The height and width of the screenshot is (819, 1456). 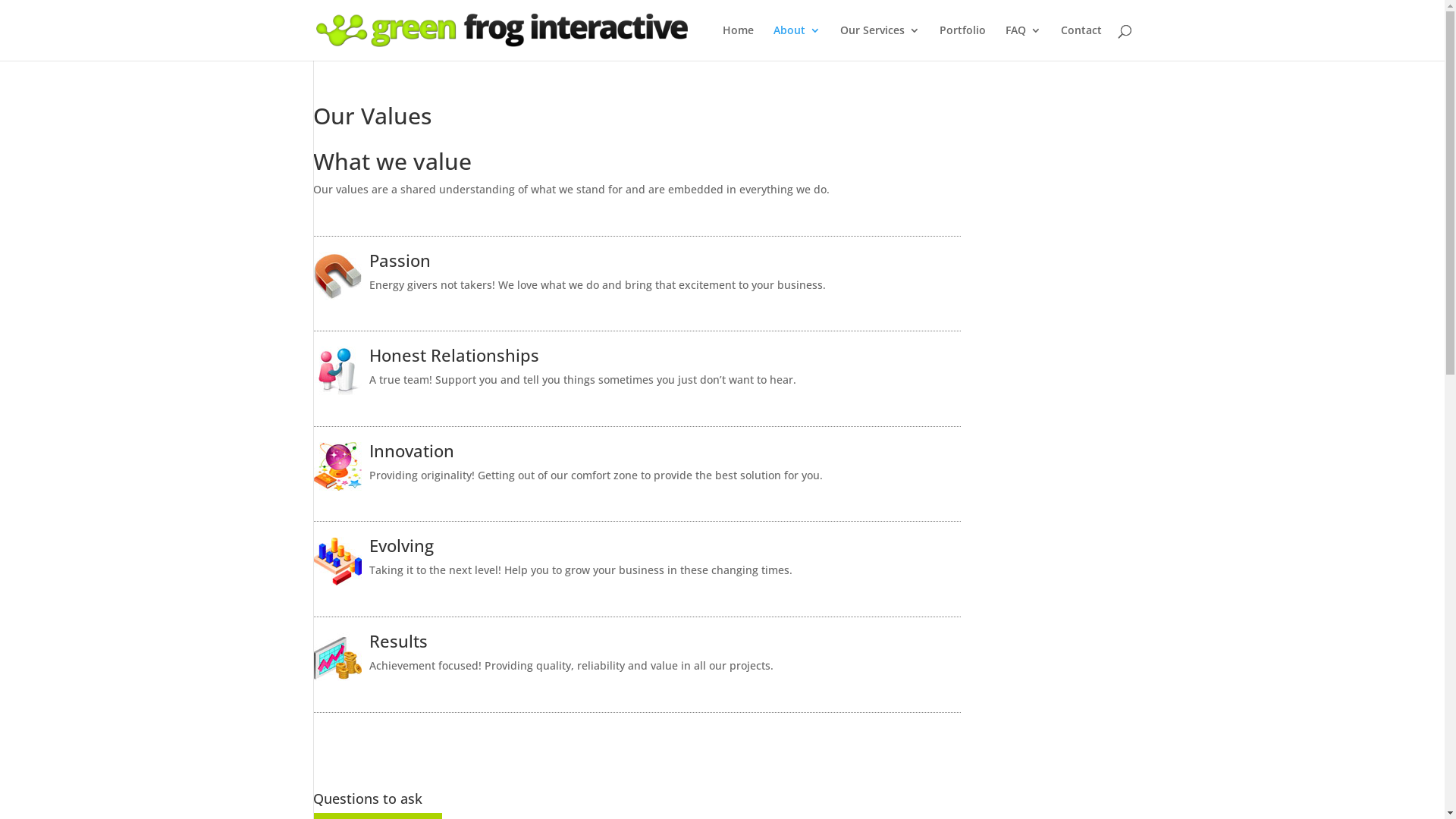 What do you see at coordinates (1023, 42) in the screenshot?
I see `'FAQ'` at bounding box center [1023, 42].